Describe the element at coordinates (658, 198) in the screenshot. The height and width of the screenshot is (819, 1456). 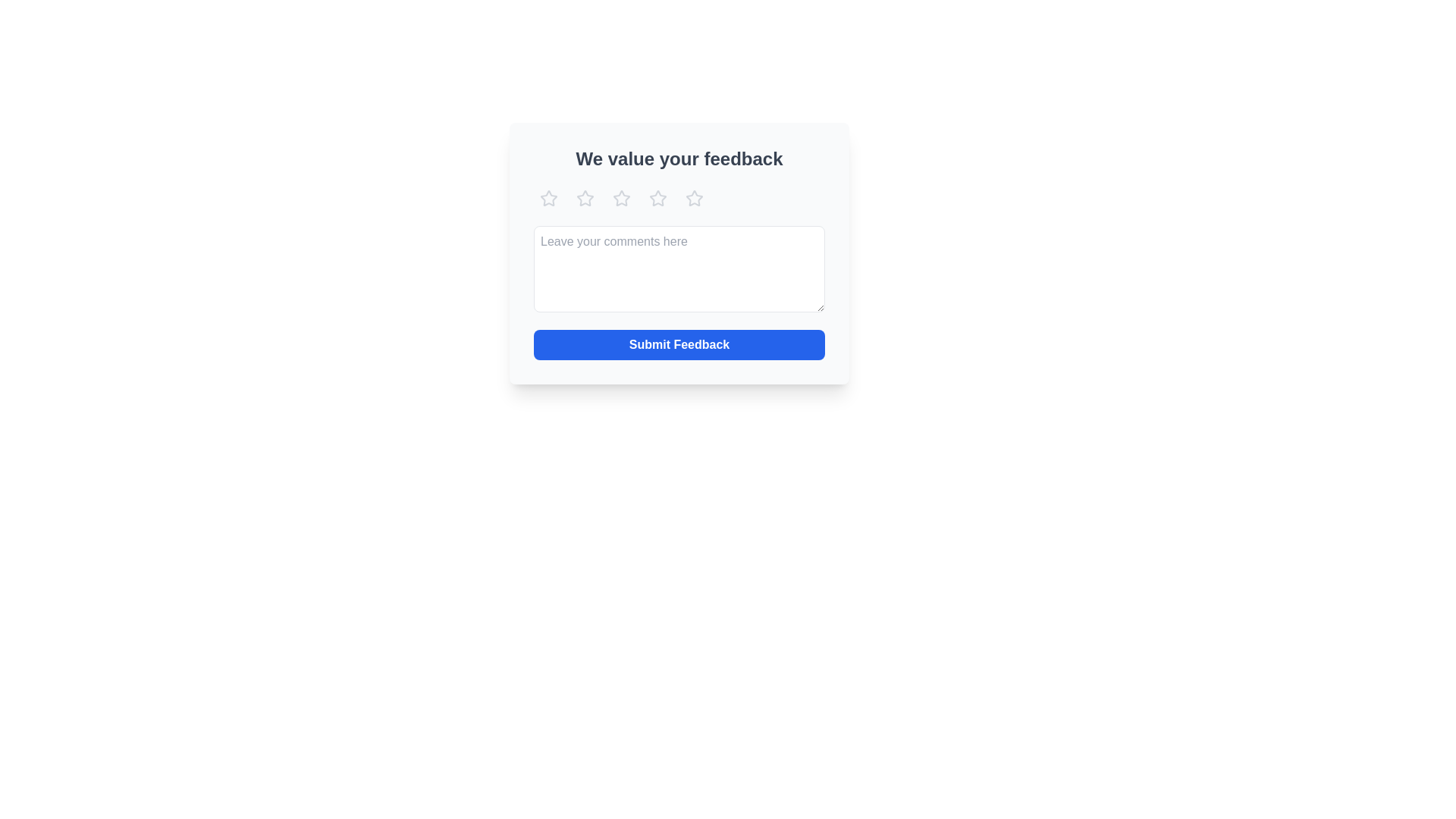
I see `the fourth star in the horizontal row of star icons` at that location.